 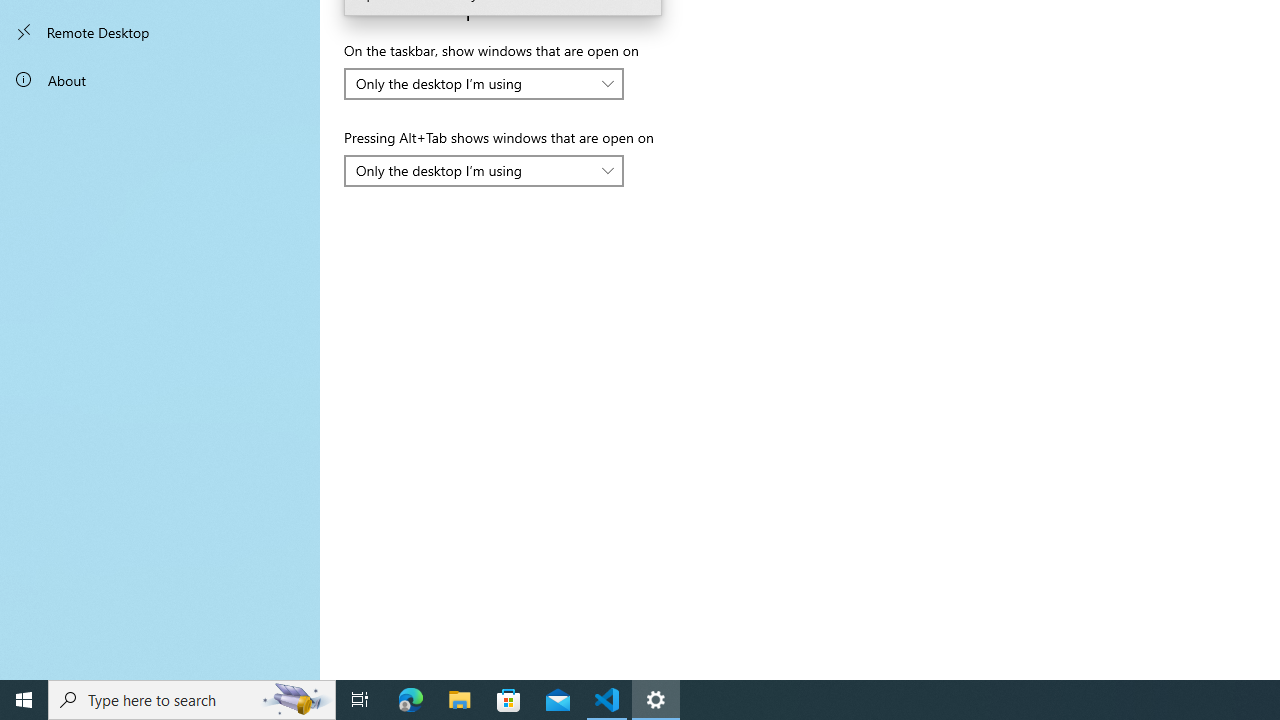 What do you see at coordinates (484, 170) in the screenshot?
I see `'Pressing Alt+Tab shows windows that are open on'` at bounding box center [484, 170].